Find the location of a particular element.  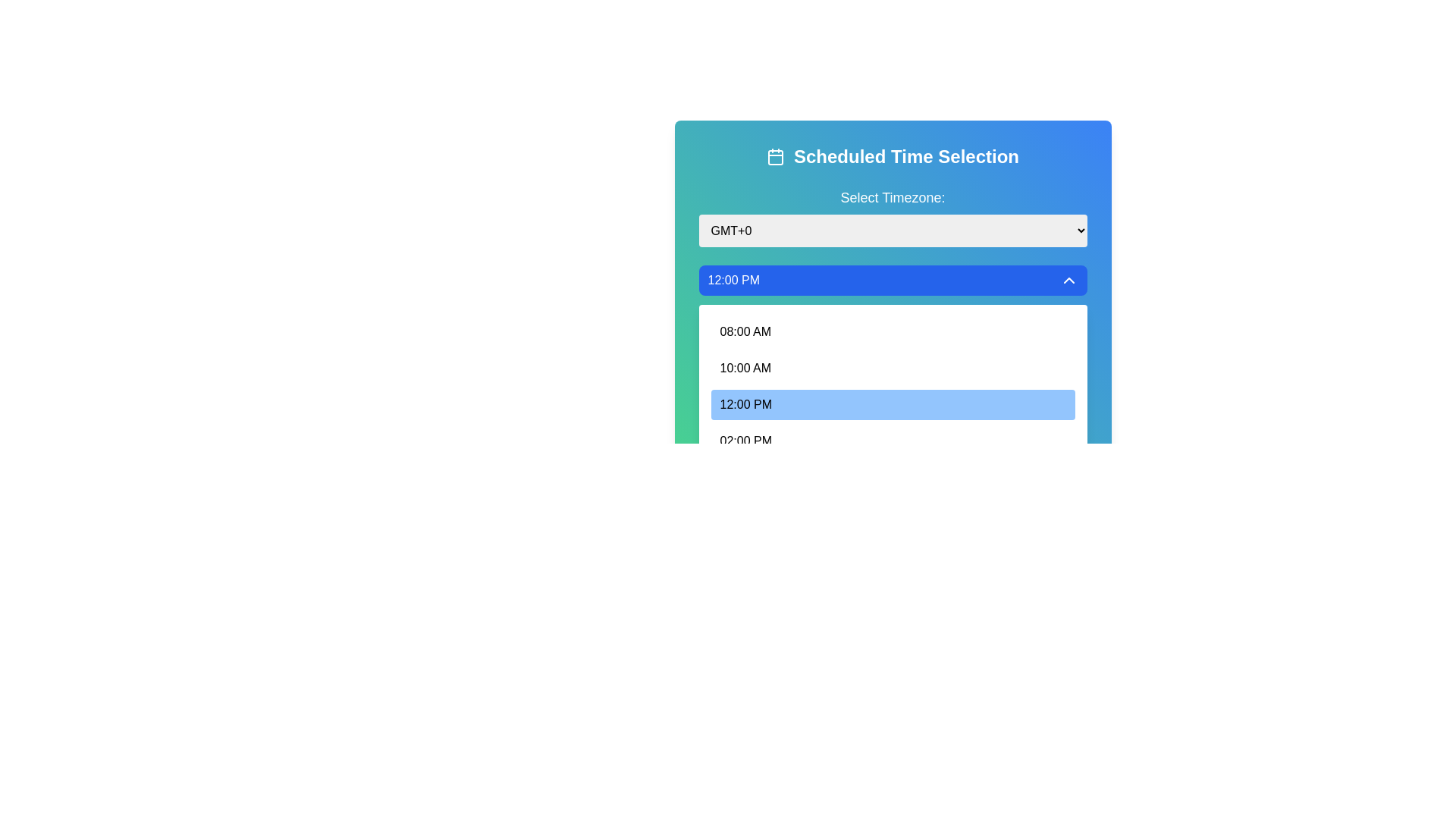

the third option in the vertical list of selectable time options is located at coordinates (893, 403).